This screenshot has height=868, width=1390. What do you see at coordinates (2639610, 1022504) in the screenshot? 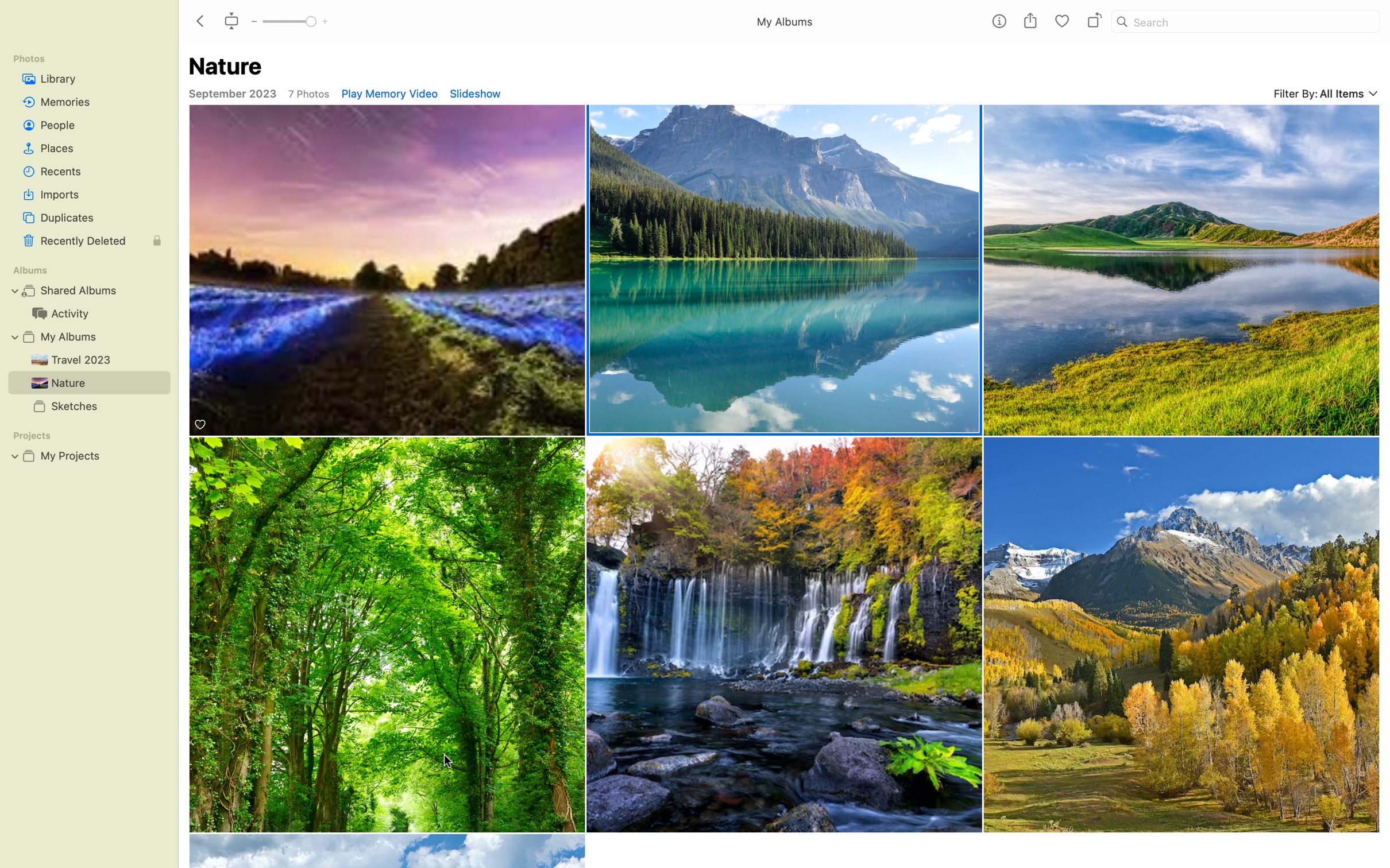
I see `Get to the header of the webpage` at bounding box center [2639610, 1022504].